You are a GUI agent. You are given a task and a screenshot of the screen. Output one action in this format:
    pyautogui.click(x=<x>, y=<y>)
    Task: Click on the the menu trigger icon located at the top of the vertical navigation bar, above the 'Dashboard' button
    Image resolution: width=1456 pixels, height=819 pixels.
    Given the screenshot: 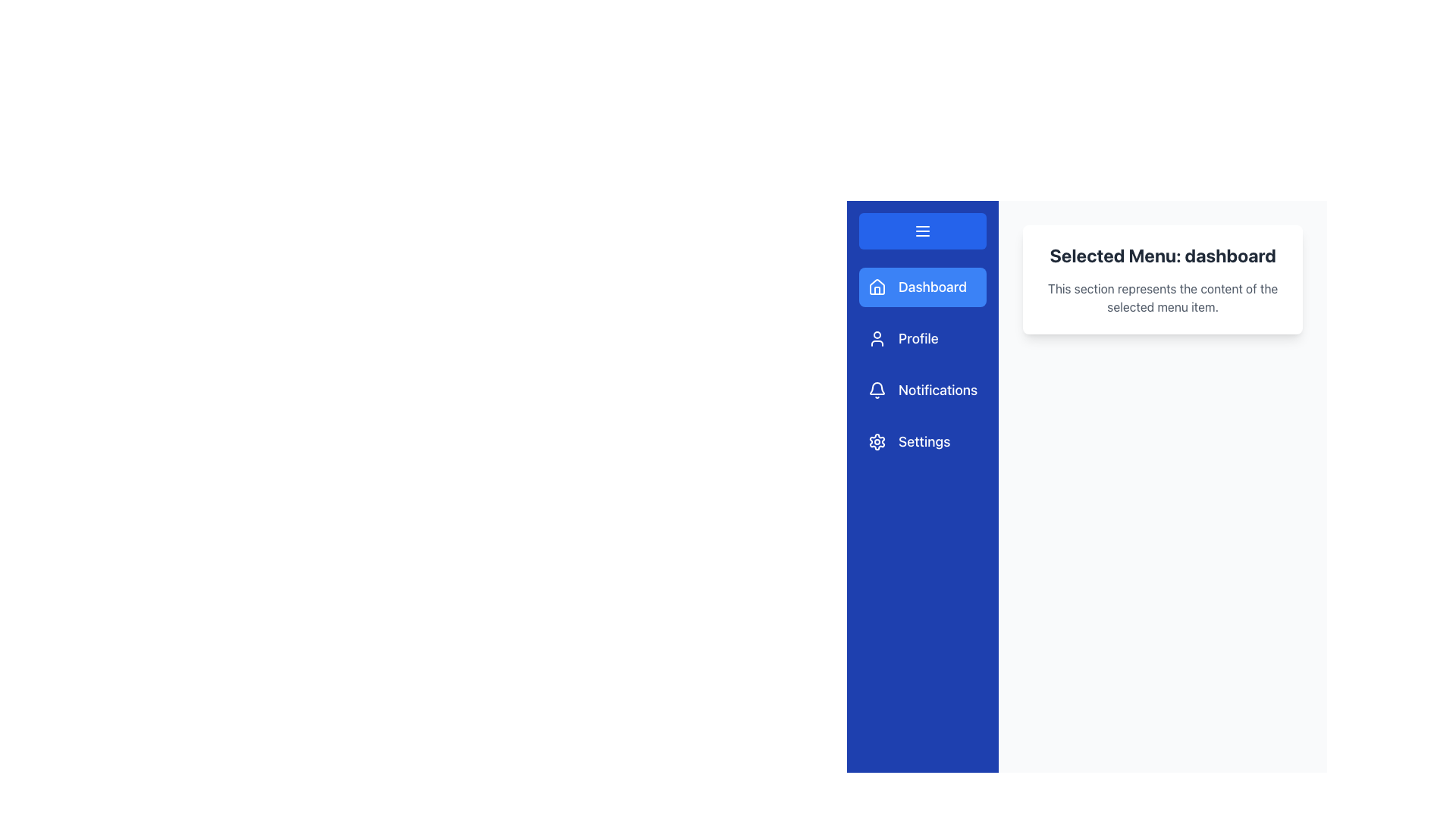 What is the action you would take?
    pyautogui.click(x=922, y=231)
    